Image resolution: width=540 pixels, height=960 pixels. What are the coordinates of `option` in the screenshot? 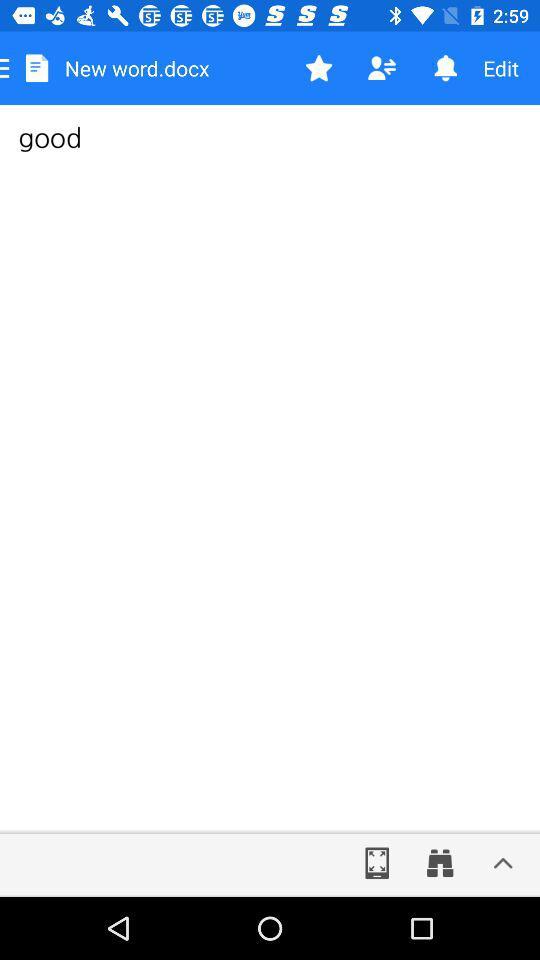 It's located at (319, 68).